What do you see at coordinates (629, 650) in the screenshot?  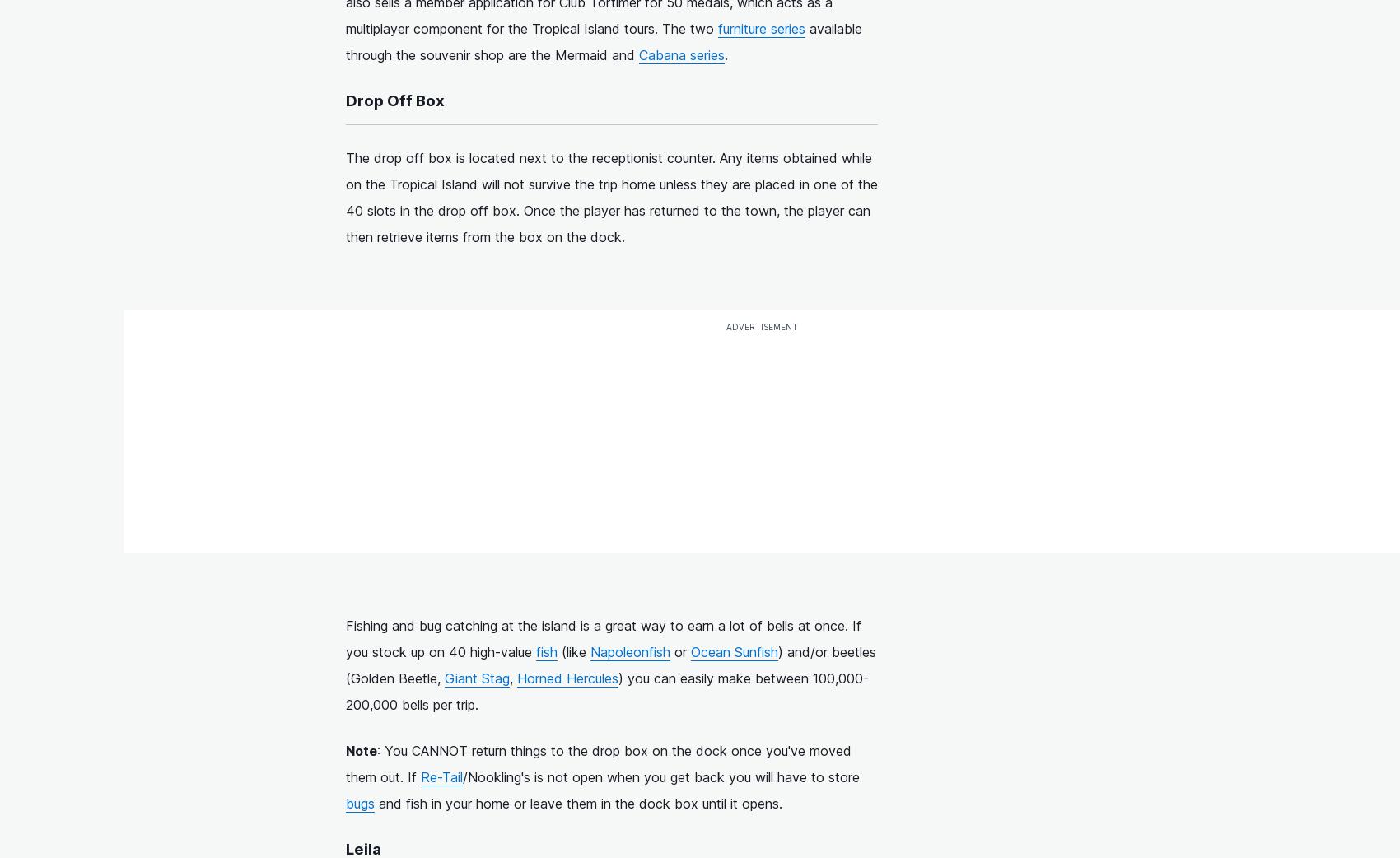 I see `'Napoleonfish'` at bounding box center [629, 650].